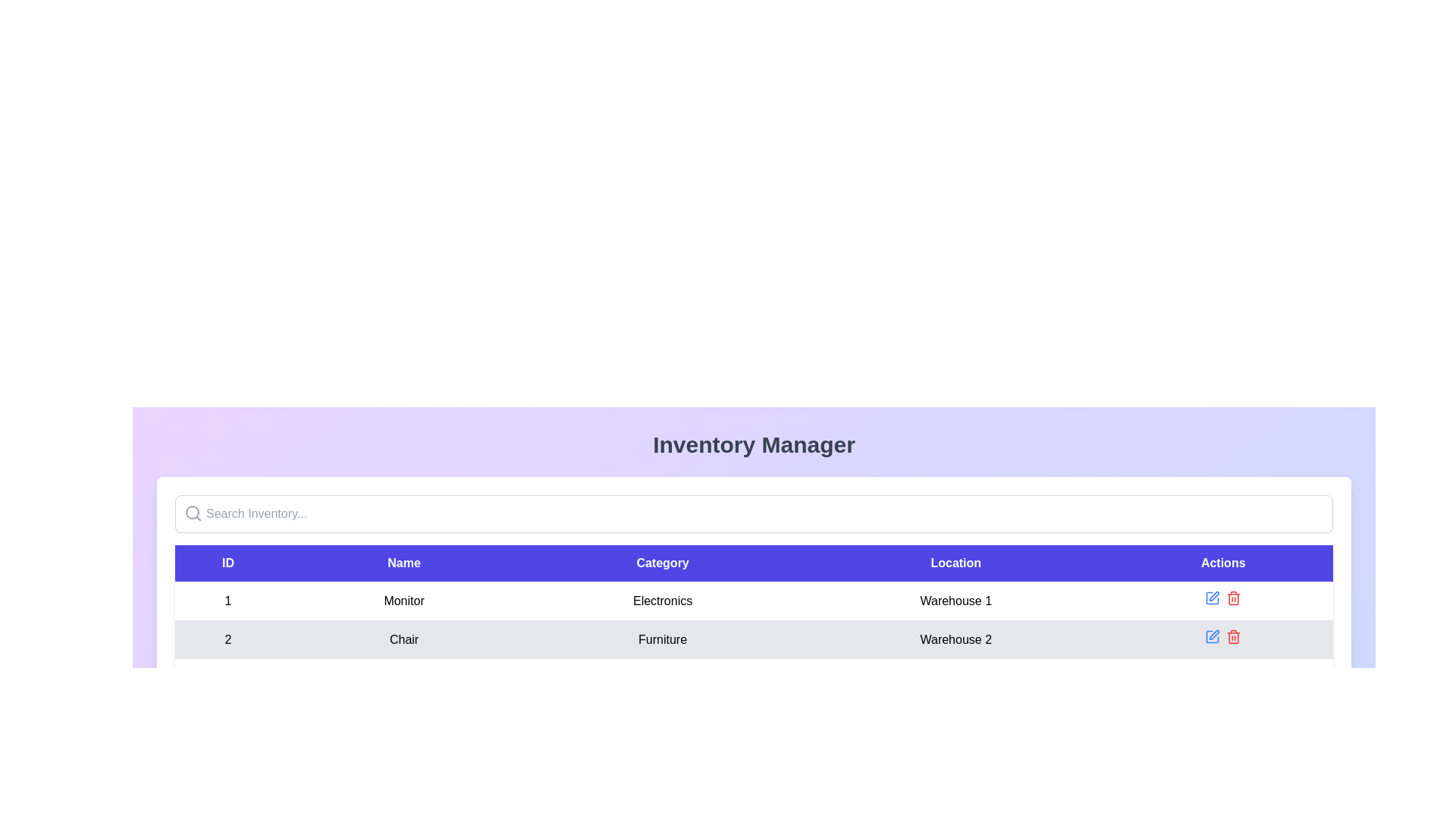  I want to click on the delete button located in the 'Actions' column of the top row of the table, so click(1234, 598).